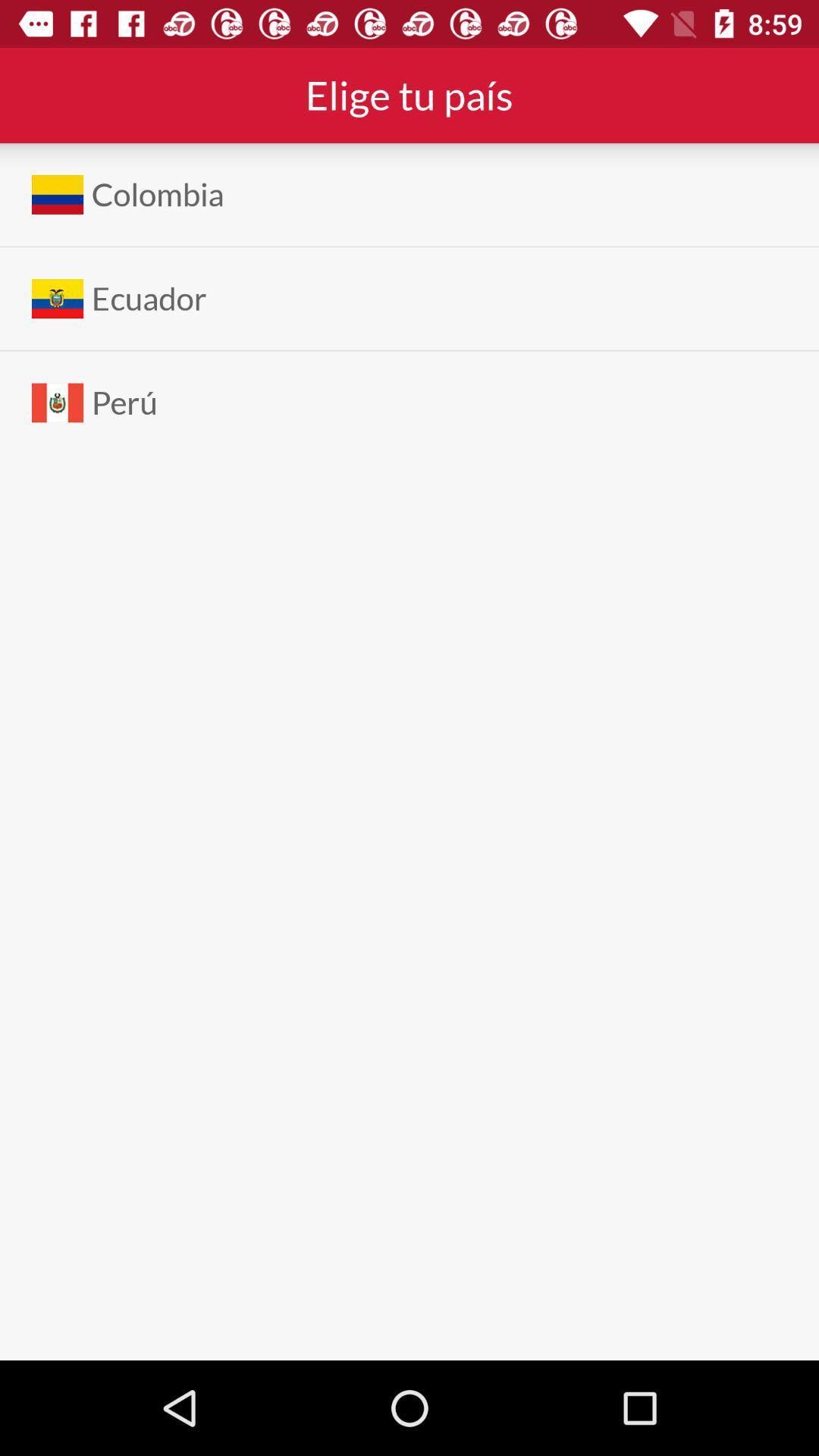 The width and height of the screenshot is (819, 1456). I want to click on colombia item, so click(158, 193).